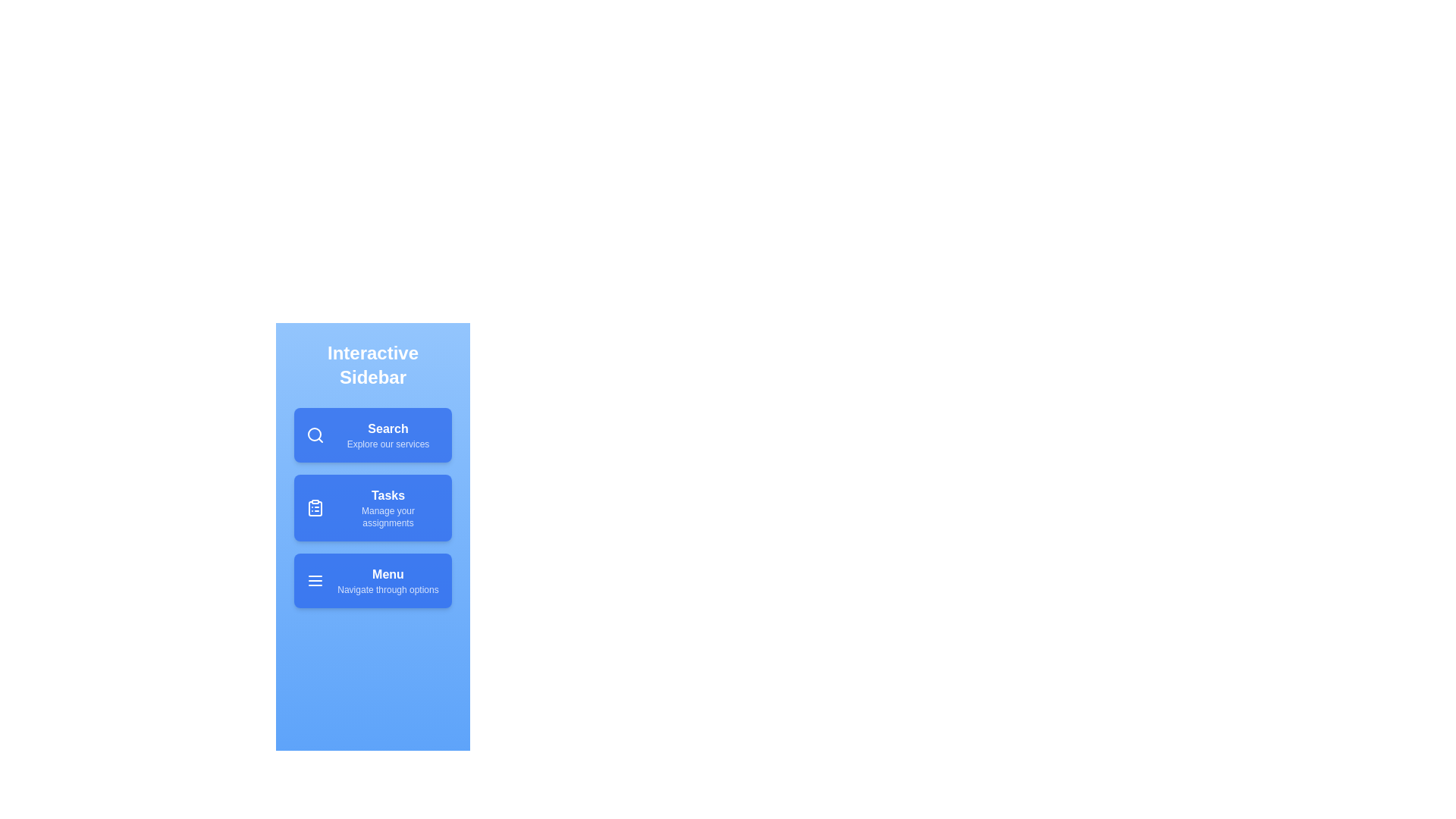  What do you see at coordinates (315, 435) in the screenshot?
I see `the icon of the menu item Search` at bounding box center [315, 435].